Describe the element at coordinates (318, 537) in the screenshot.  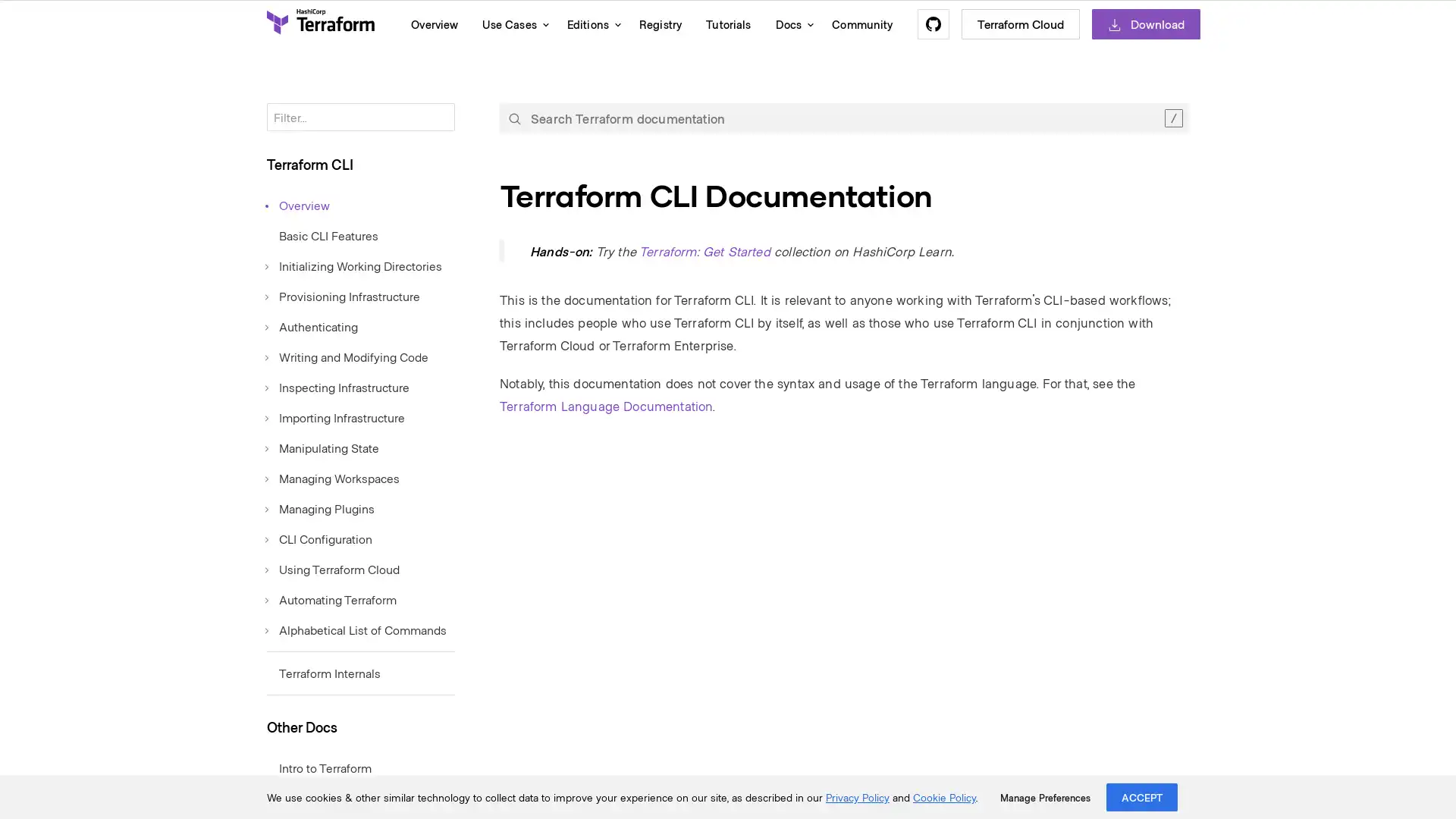
I see `CLI Configuration` at that location.